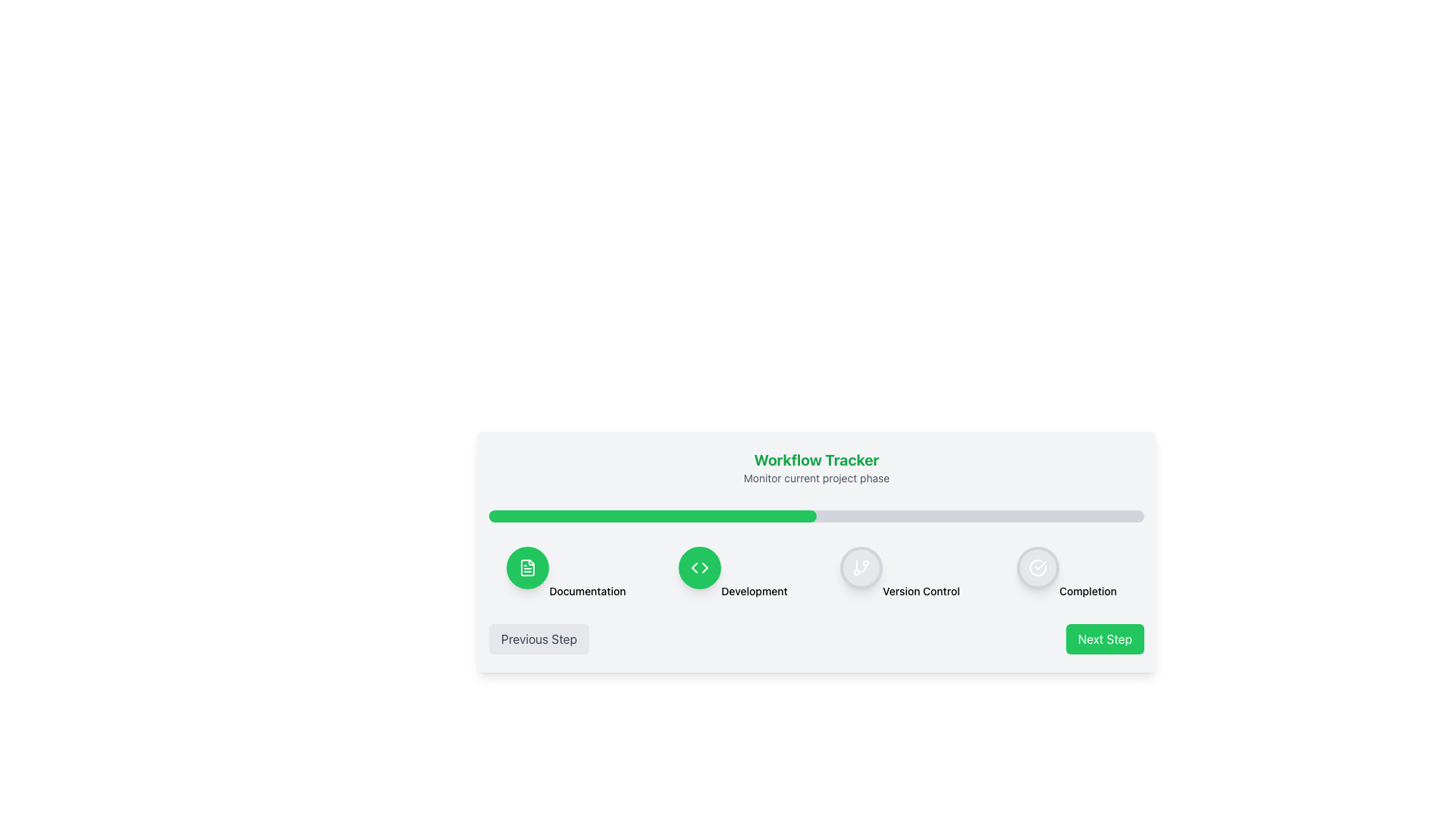  I want to click on the left-pointing arrow polygon element within the 'Development' SVG button, so click(694, 567).